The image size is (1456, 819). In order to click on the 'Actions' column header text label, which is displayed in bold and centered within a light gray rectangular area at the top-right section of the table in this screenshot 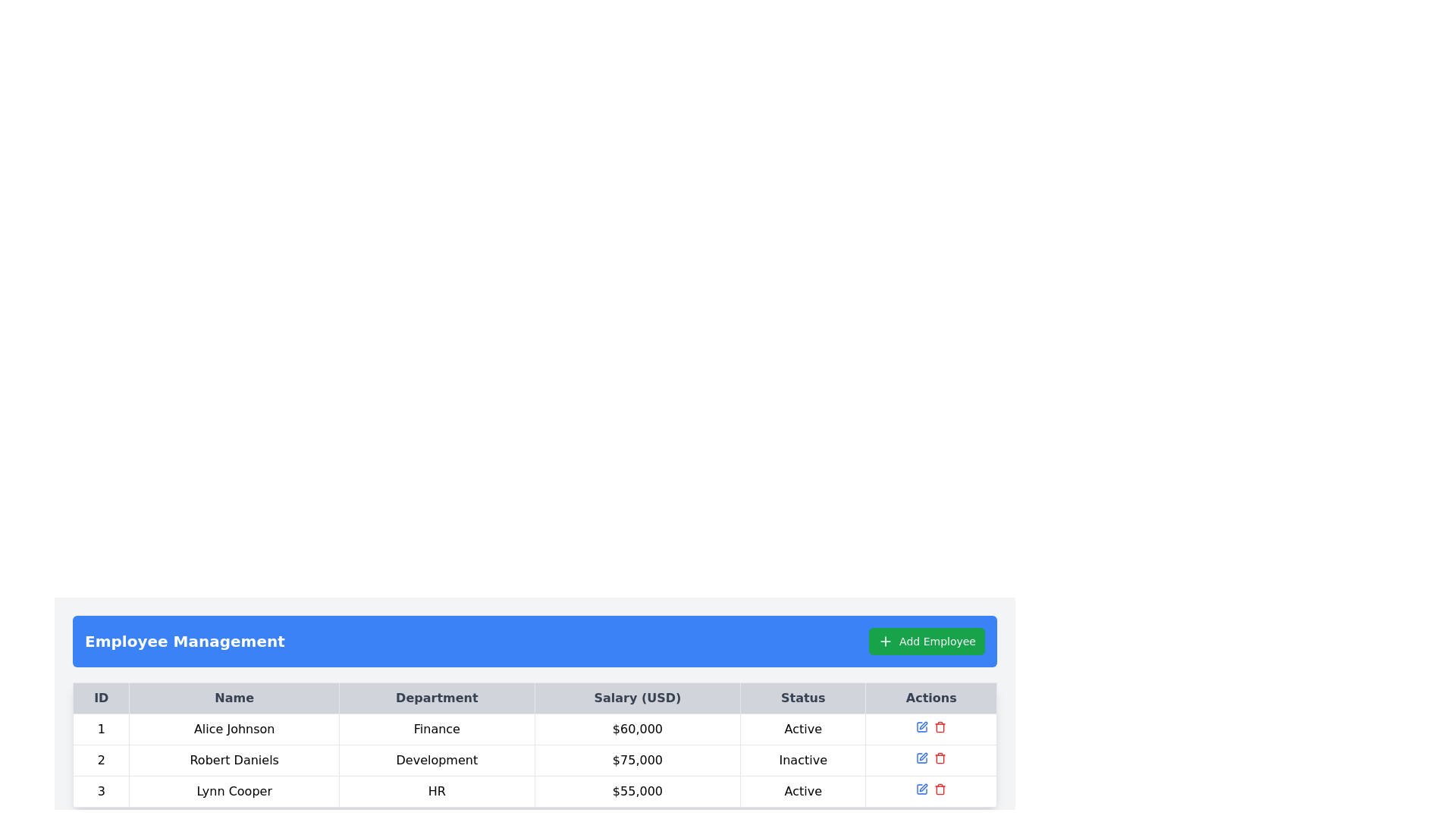, I will do `click(930, 698)`.